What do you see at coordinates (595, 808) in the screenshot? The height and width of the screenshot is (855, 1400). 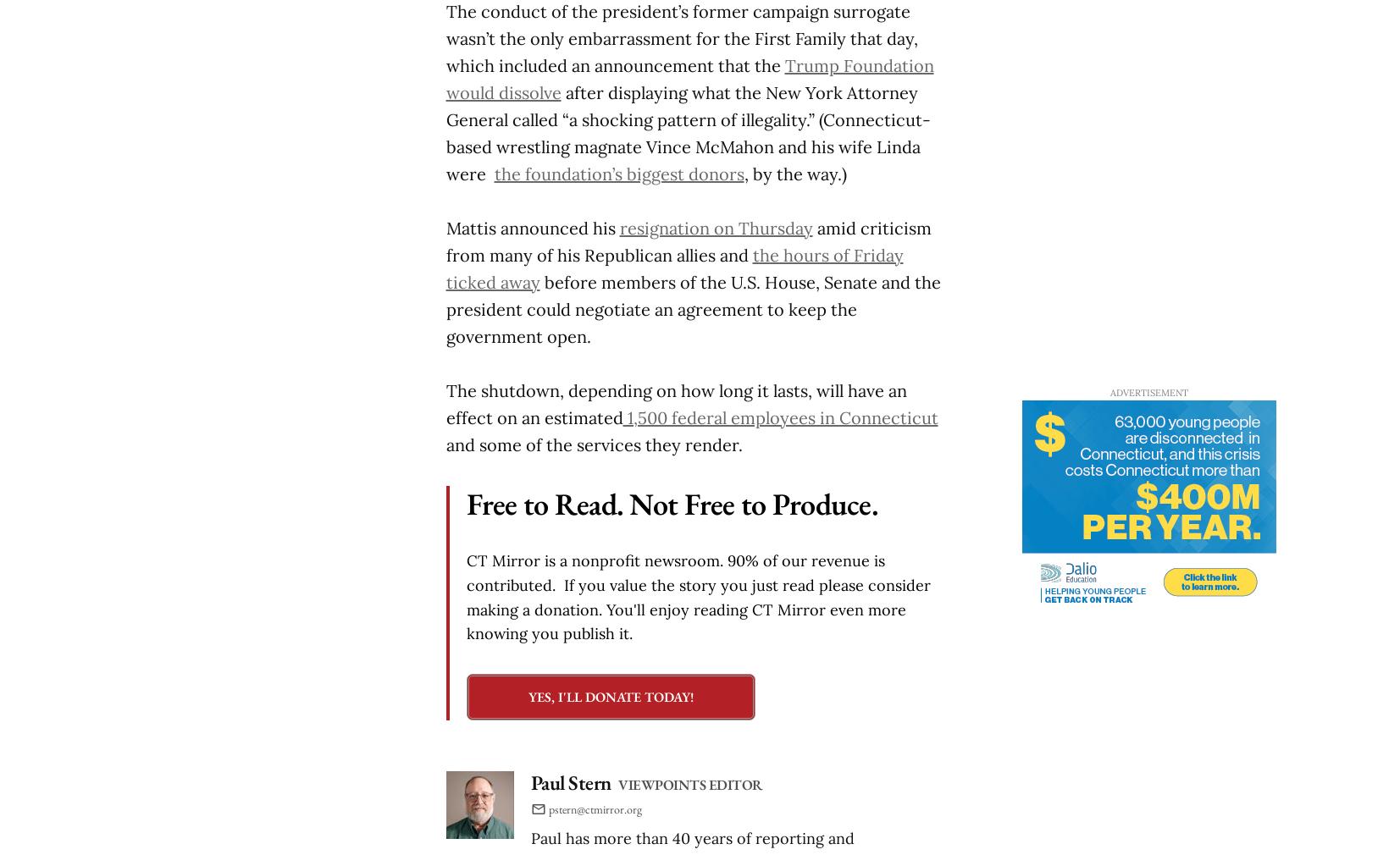 I see `'pstern@ctmirror.org'` at bounding box center [595, 808].